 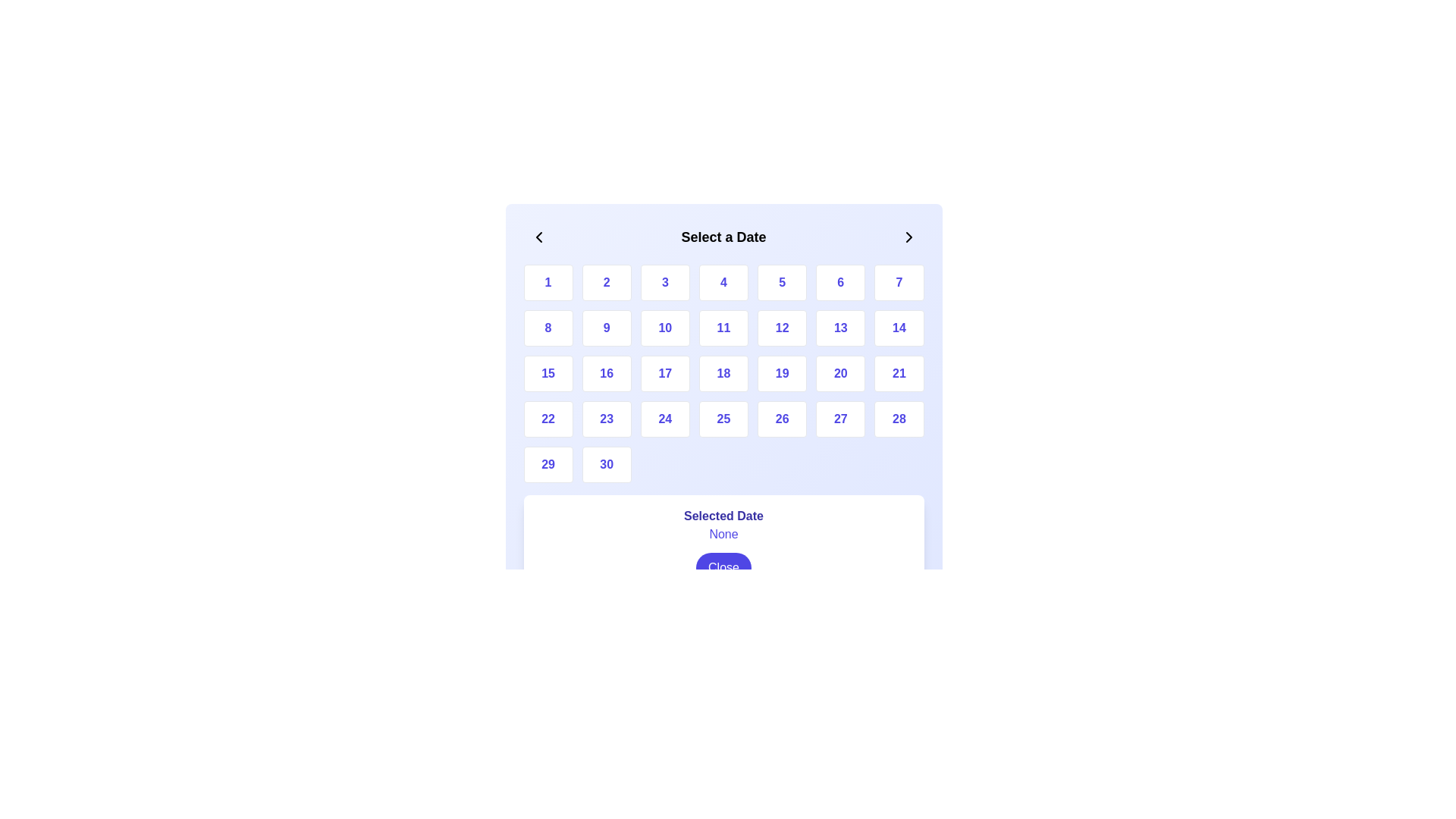 I want to click on the button that allows users to select the number '3', located in the first row and third column of a grid layout, to trigger the hover effect, so click(x=665, y=283).